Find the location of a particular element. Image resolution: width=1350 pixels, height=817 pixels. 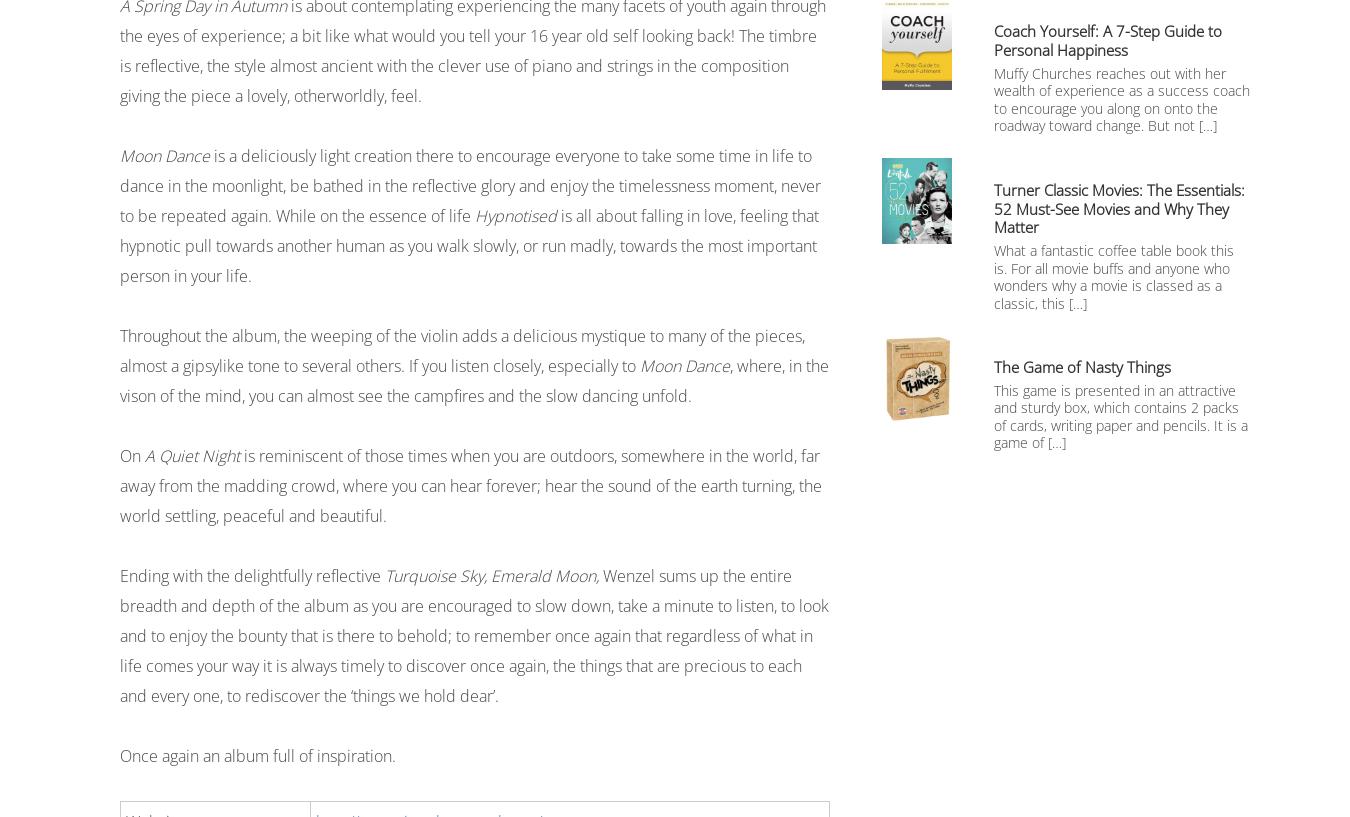

'Hypnotised' is located at coordinates (514, 215).